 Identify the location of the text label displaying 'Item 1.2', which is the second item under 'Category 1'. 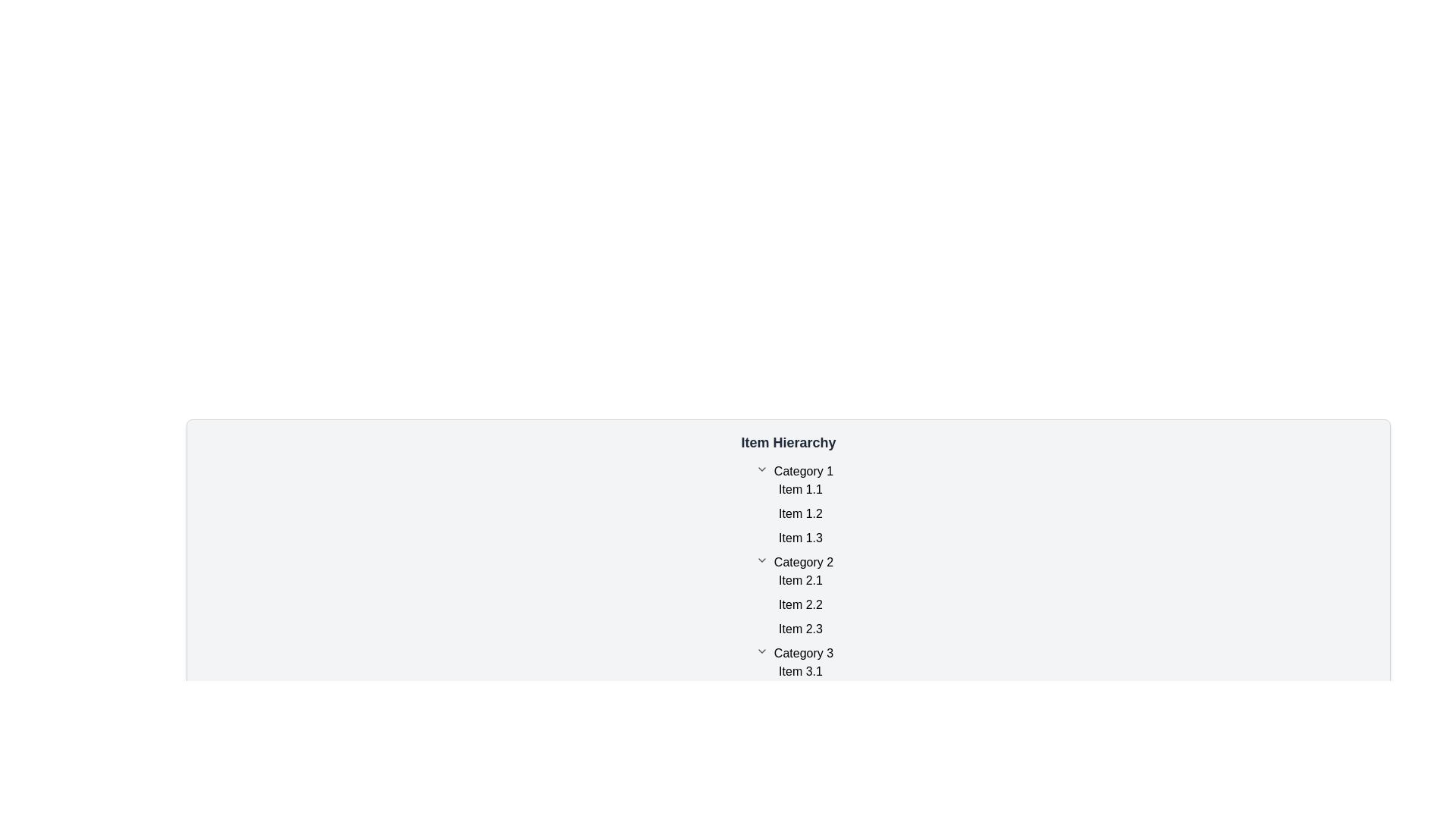
(800, 513).